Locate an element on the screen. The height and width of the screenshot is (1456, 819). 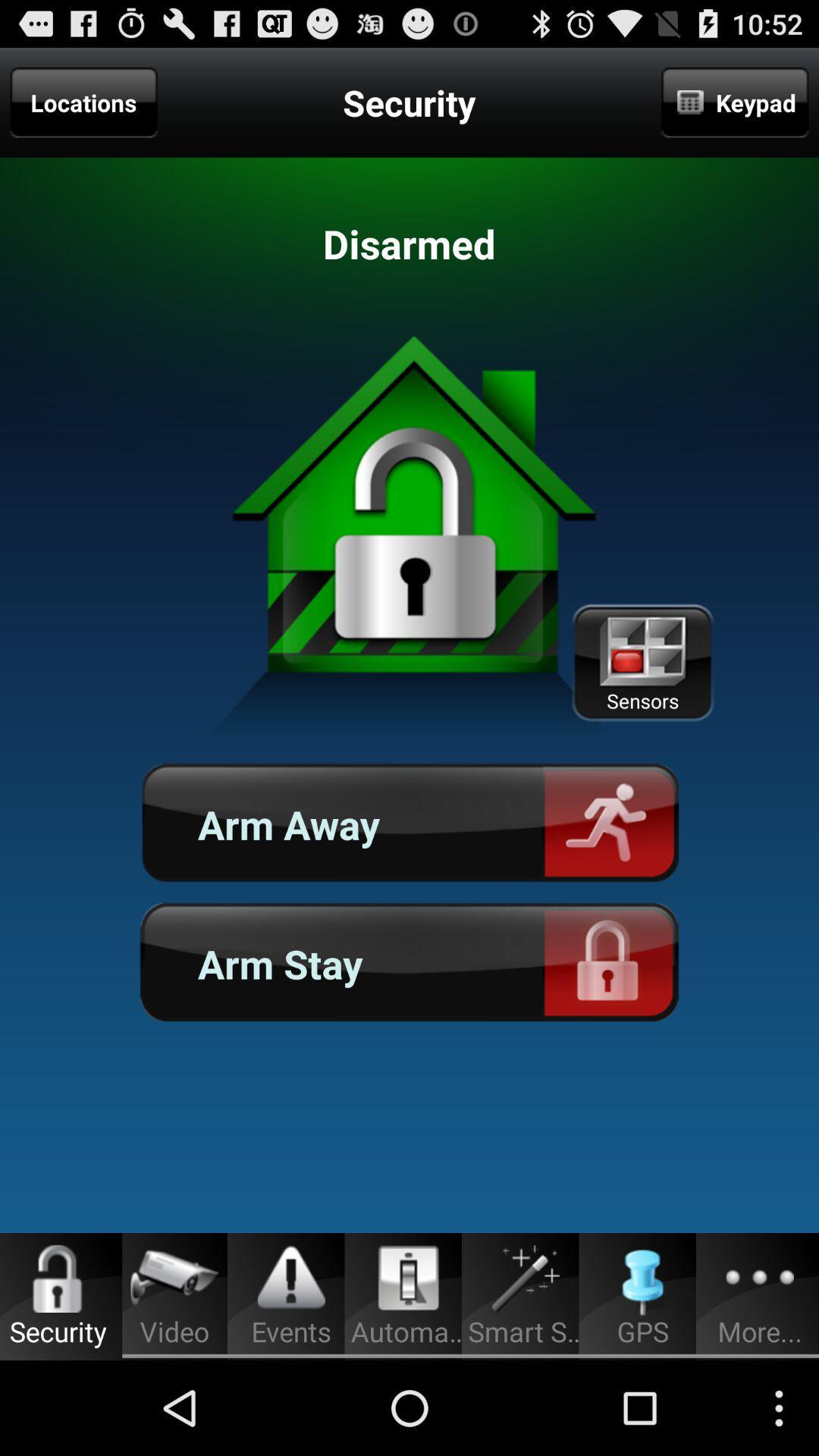
icon above arm away button is located at coordinates (642, 663).